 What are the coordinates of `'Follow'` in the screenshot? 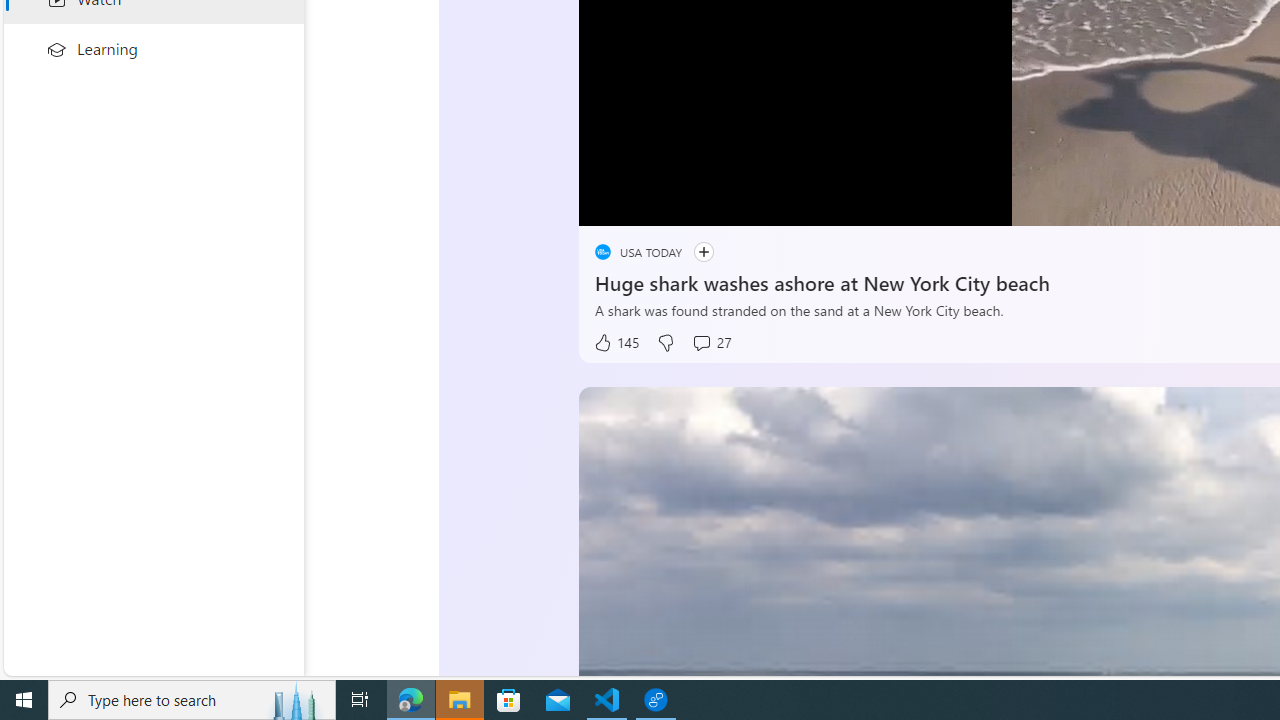 It's located at (703, 251).